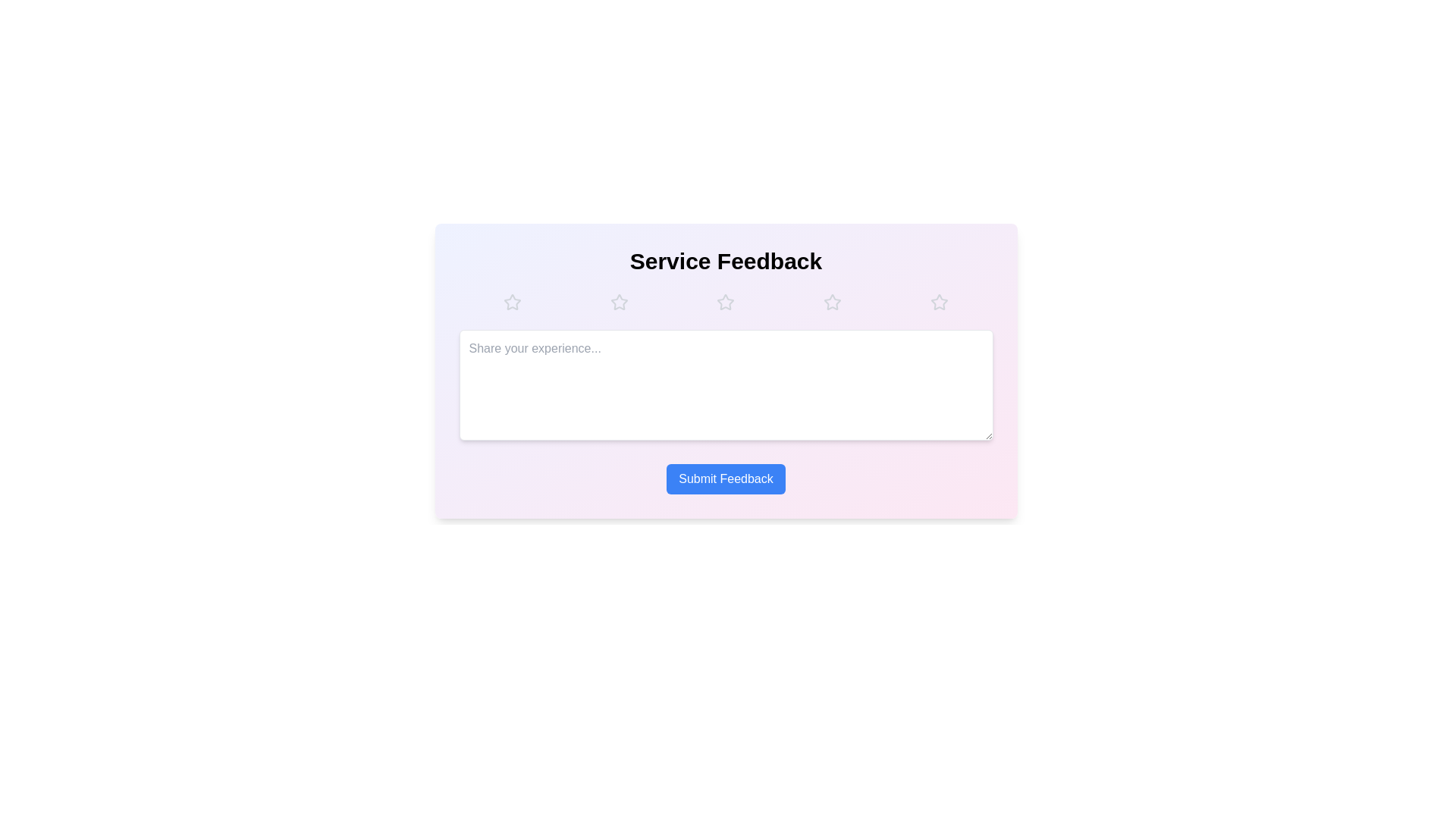  Describe the element at coordinates (725, 479) in the screenshot. I see `the 'Submit Feedback' button` at that location.